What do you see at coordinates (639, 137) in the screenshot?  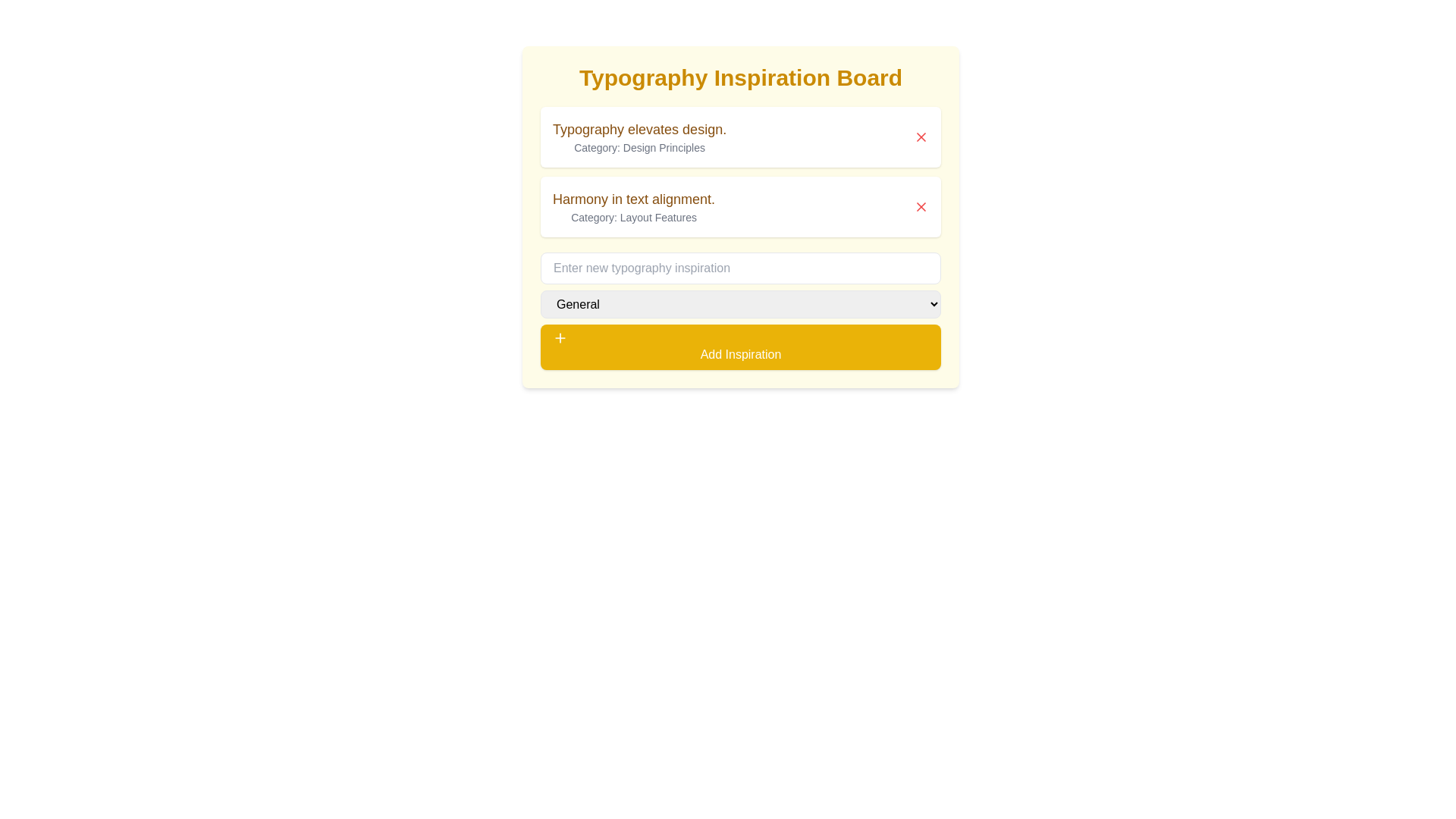 I see `the static text display element showing 'Typography elevates design.' which is positioned above the element labeled 'Harmony in text alignment.'` at bounding box center [639, 137].